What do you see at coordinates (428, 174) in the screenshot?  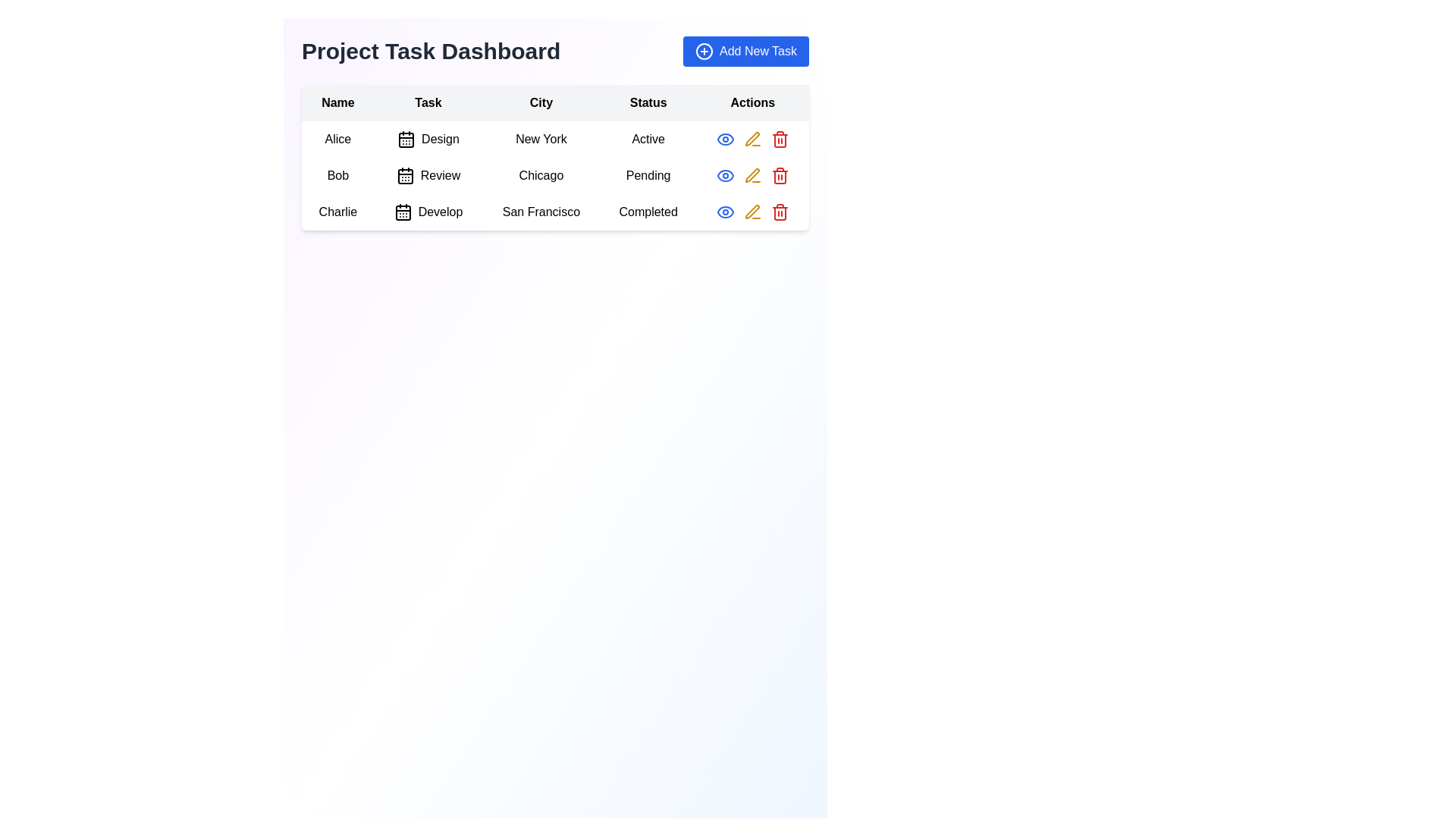 I see `the informational display component for the task 'Review' associated with user 'Bob', located in the second cell of the task table's second row` at bounding box center [428, 174].